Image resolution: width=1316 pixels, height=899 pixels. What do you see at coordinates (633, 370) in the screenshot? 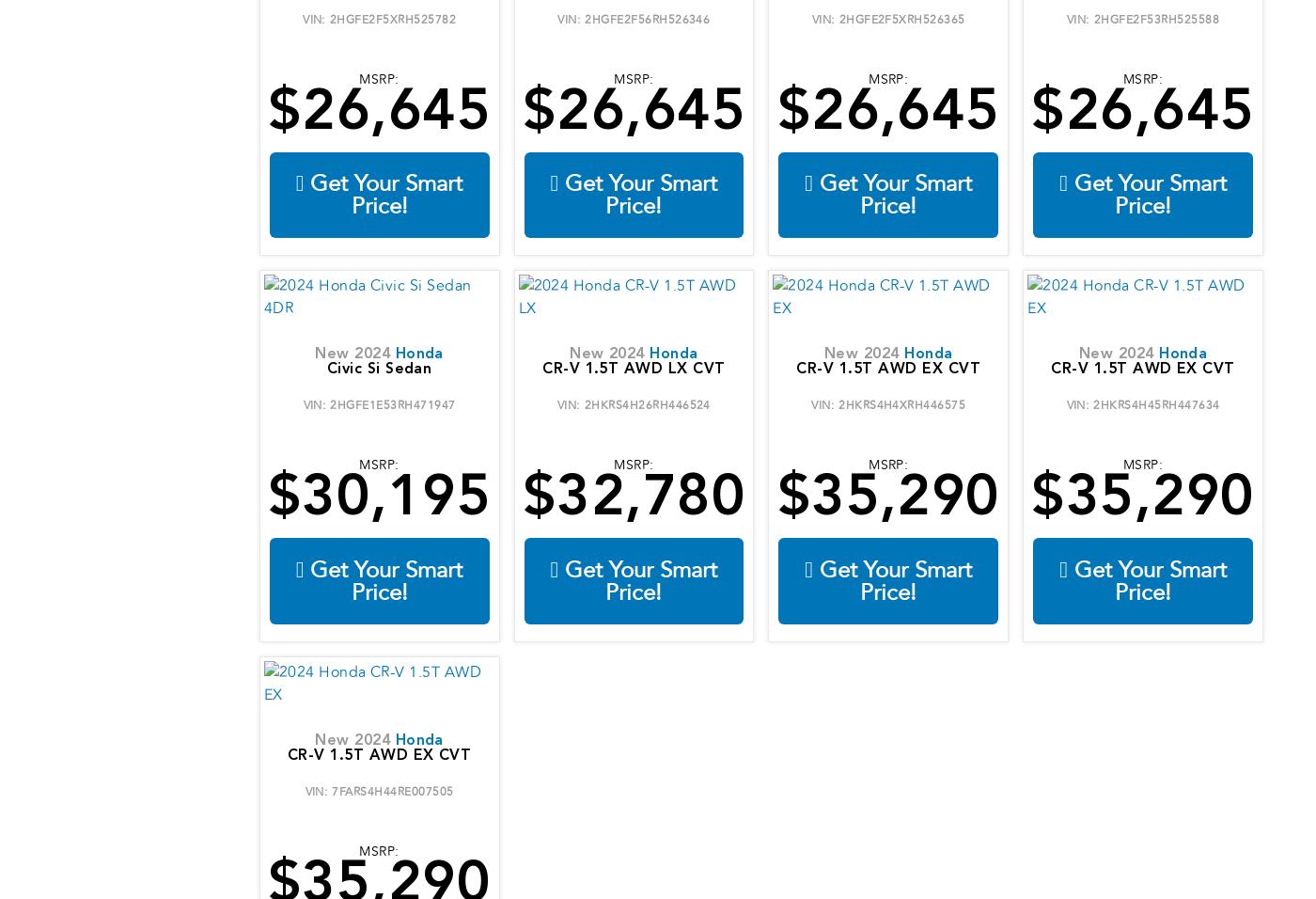
I see `'CR-V  1.5T AWD LX CVT'` at bounding box center [633, 370].